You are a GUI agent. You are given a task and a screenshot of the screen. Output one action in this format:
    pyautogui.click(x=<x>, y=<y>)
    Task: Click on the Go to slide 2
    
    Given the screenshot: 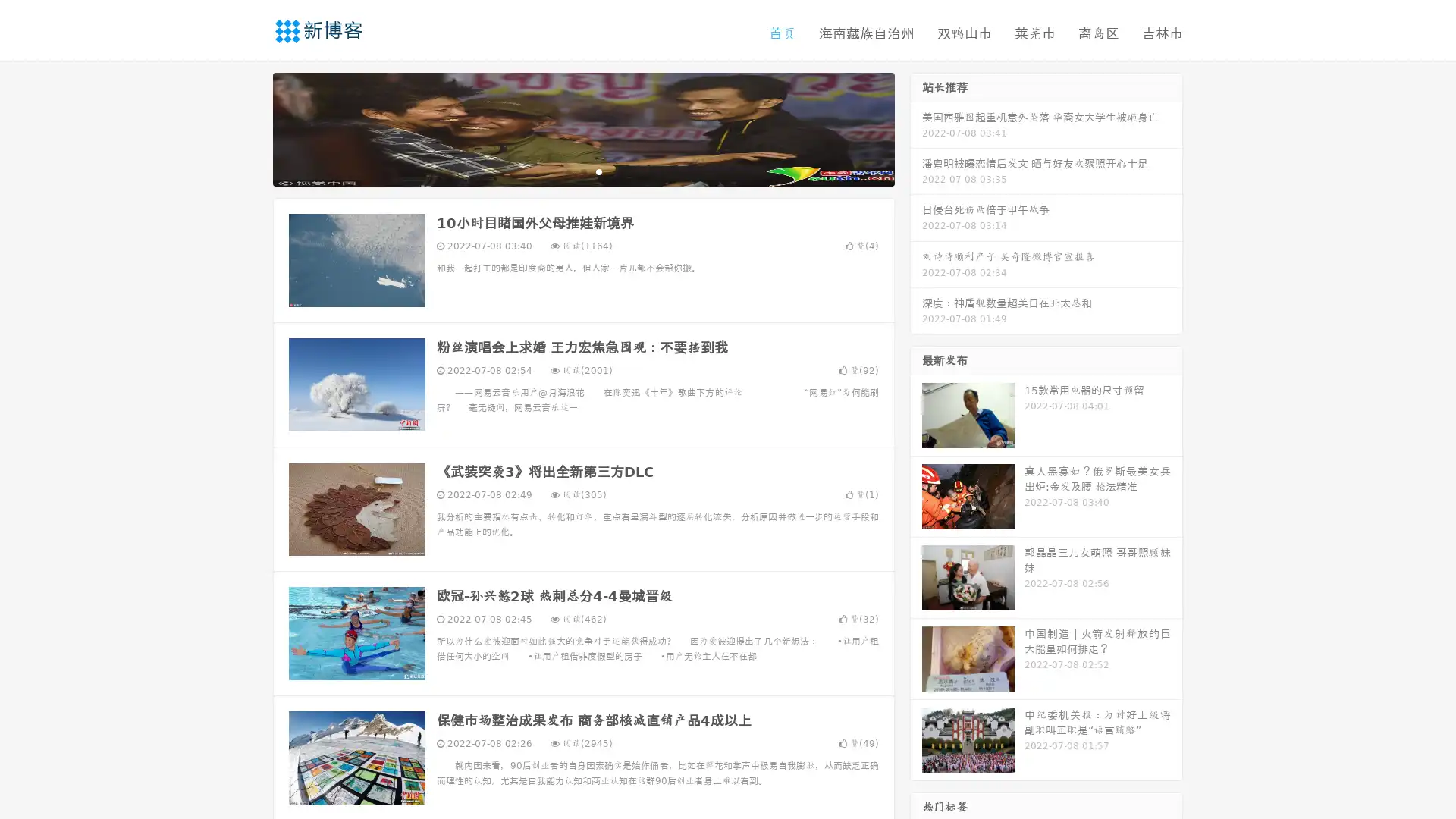 What is the action you would take?
    pyautogui.click(x=582, y=171)
    